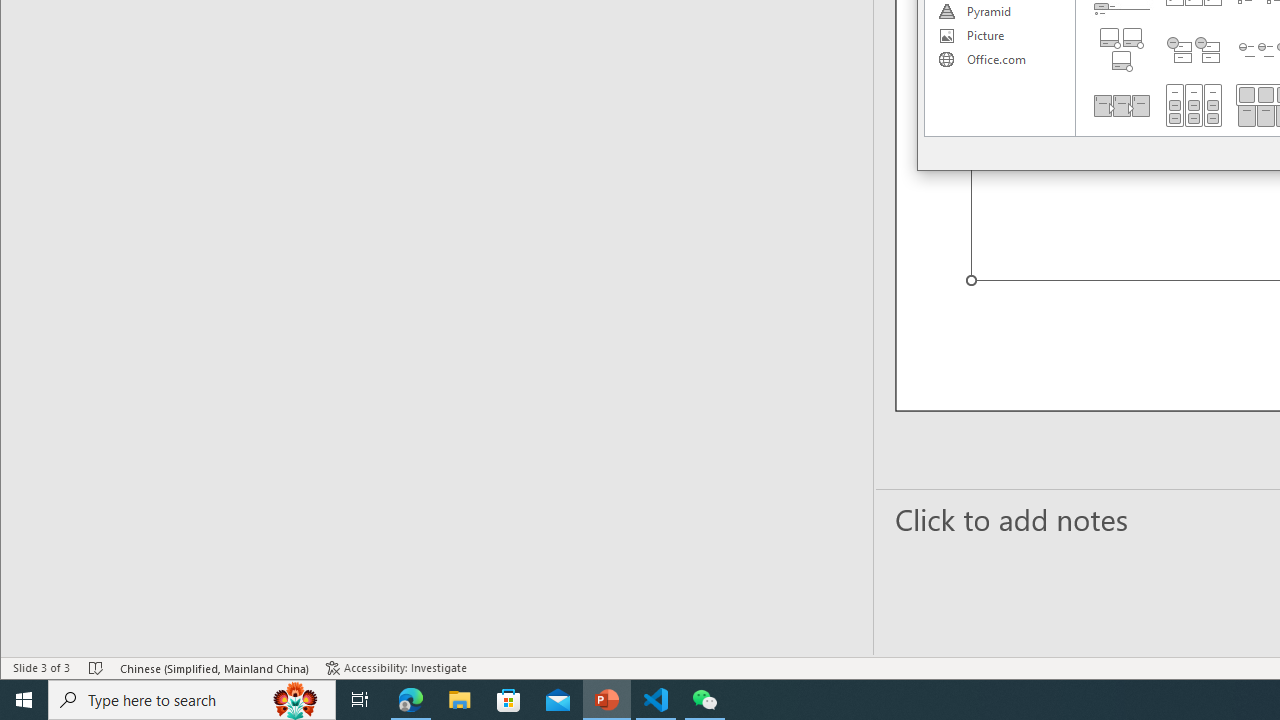  Describe the element at coordinates (410, 698) in the screenshot. I see `'Microsoft Edge - 1 running window'` at that location.